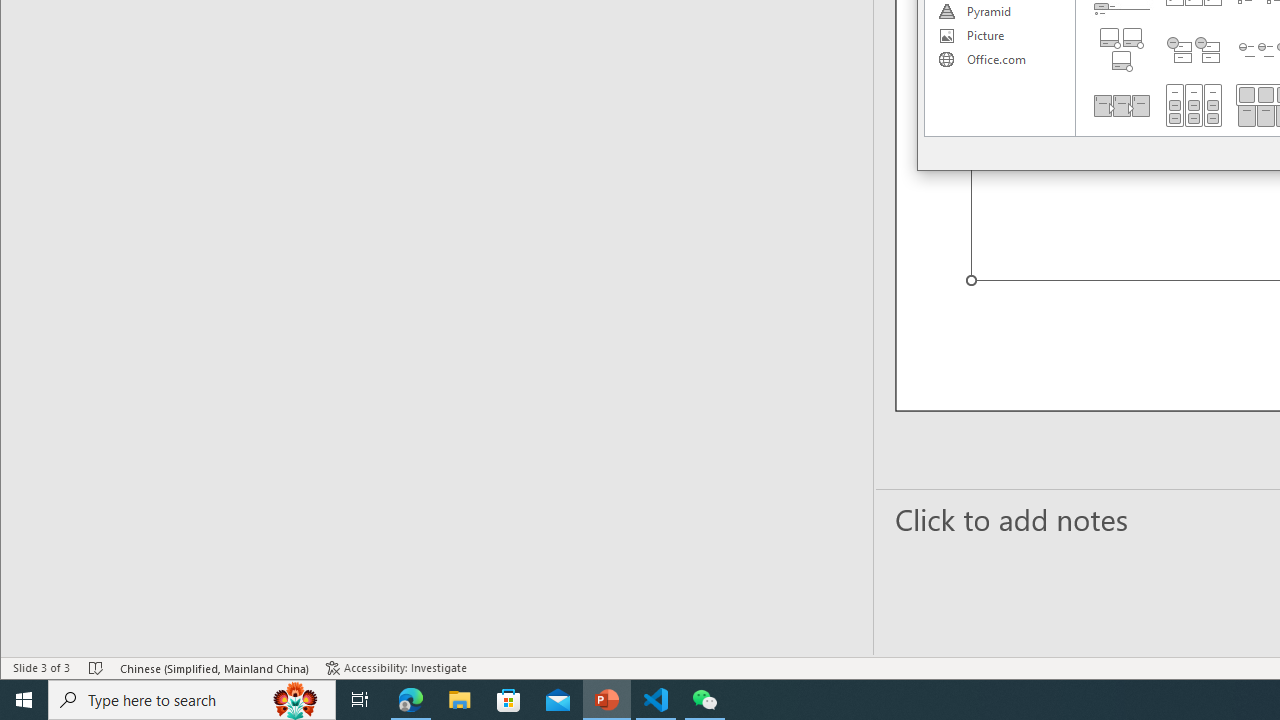  Describe the element at coordinates (410, 698) in the screenshot. I see `'Microsoft Edge - 1 running window'` at that location.